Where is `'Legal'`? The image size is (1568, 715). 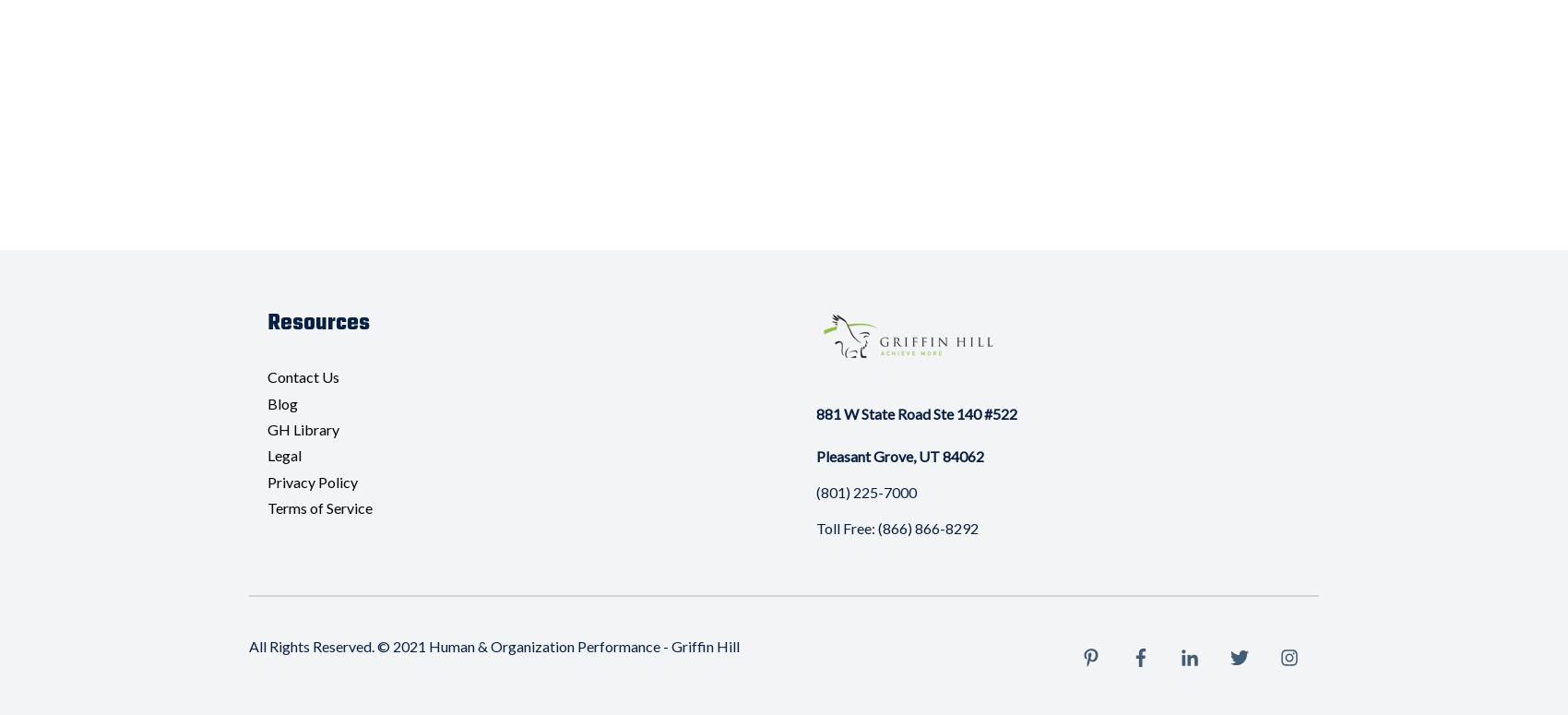 'Legal' is located at coordinates (267, 454).